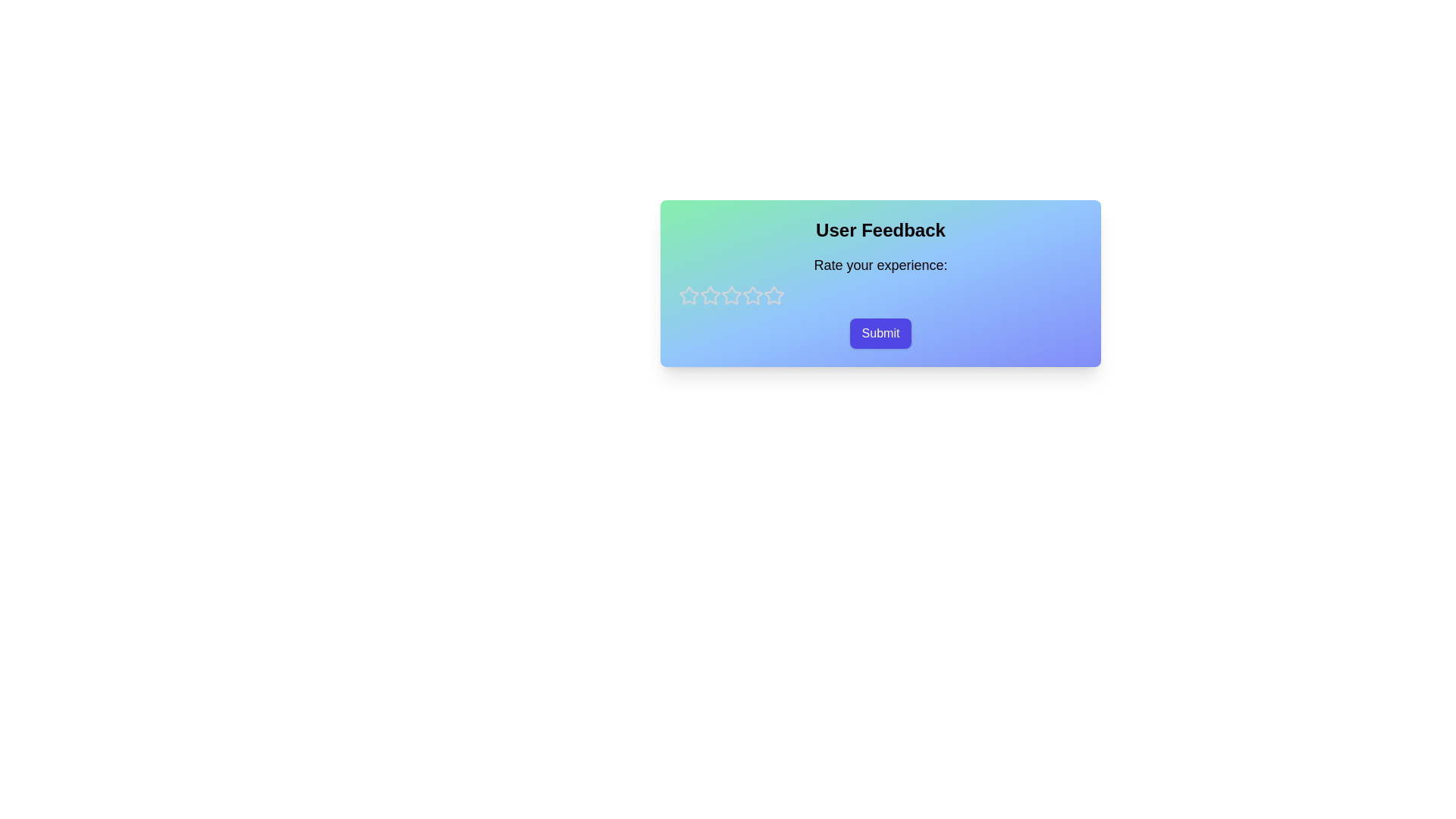  I want to click on the label displaying 'Rate your experience:' which is located below the title 'User Feedback' and above the star rating components, so click(880, 265).